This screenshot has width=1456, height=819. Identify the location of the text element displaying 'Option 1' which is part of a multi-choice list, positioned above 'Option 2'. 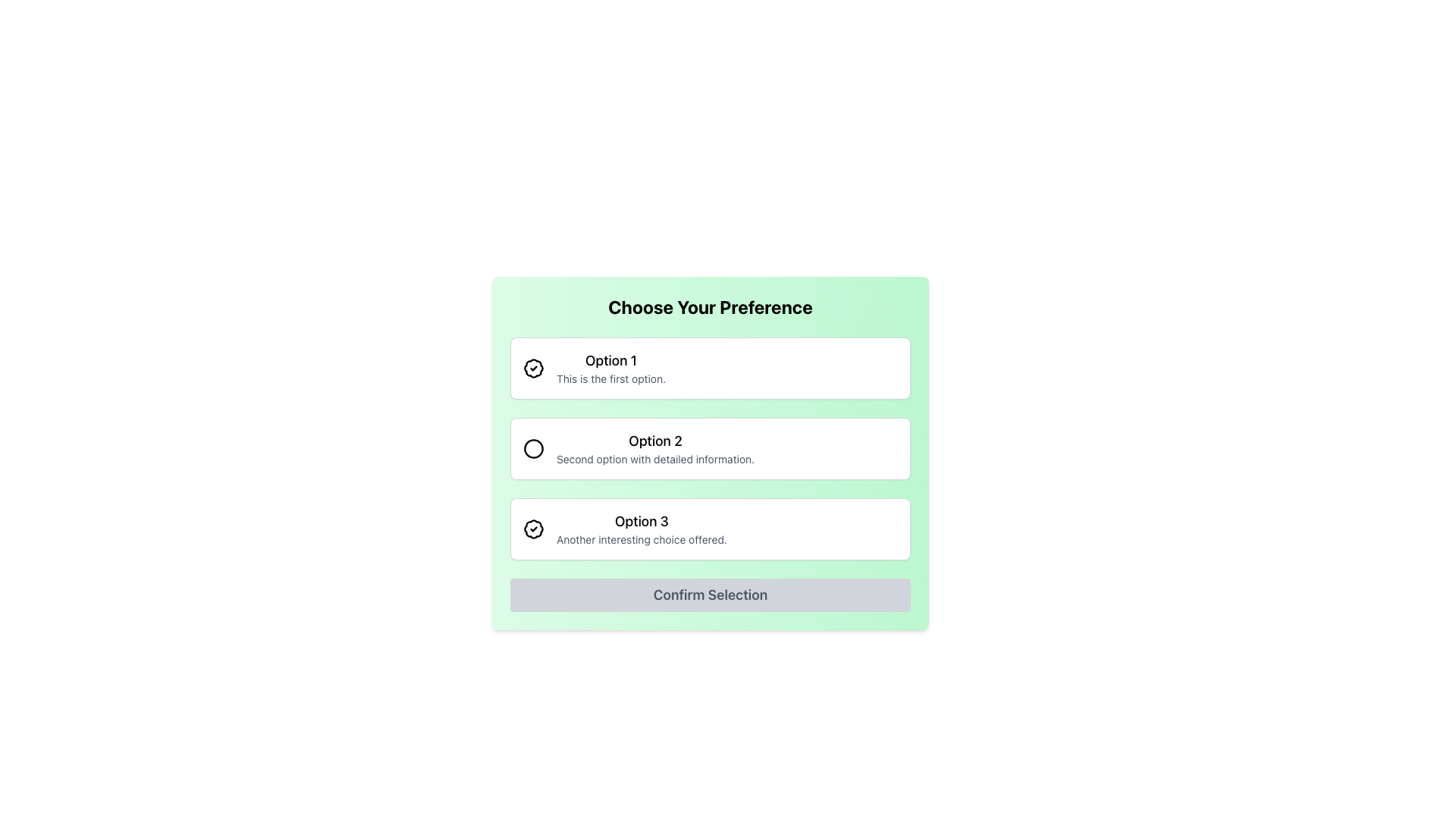
(611, 369).